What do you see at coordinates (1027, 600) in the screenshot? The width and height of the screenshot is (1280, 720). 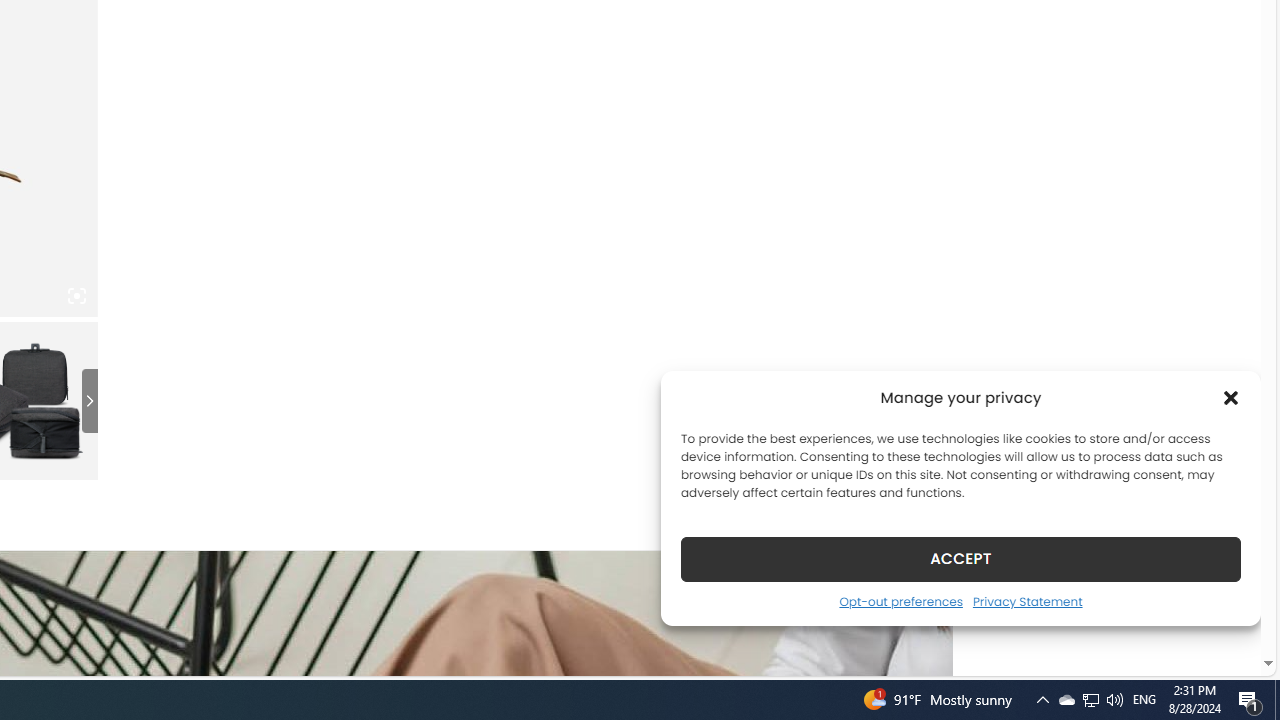 I see `'Privacy Statement'` at bounding box center [1027, 600].